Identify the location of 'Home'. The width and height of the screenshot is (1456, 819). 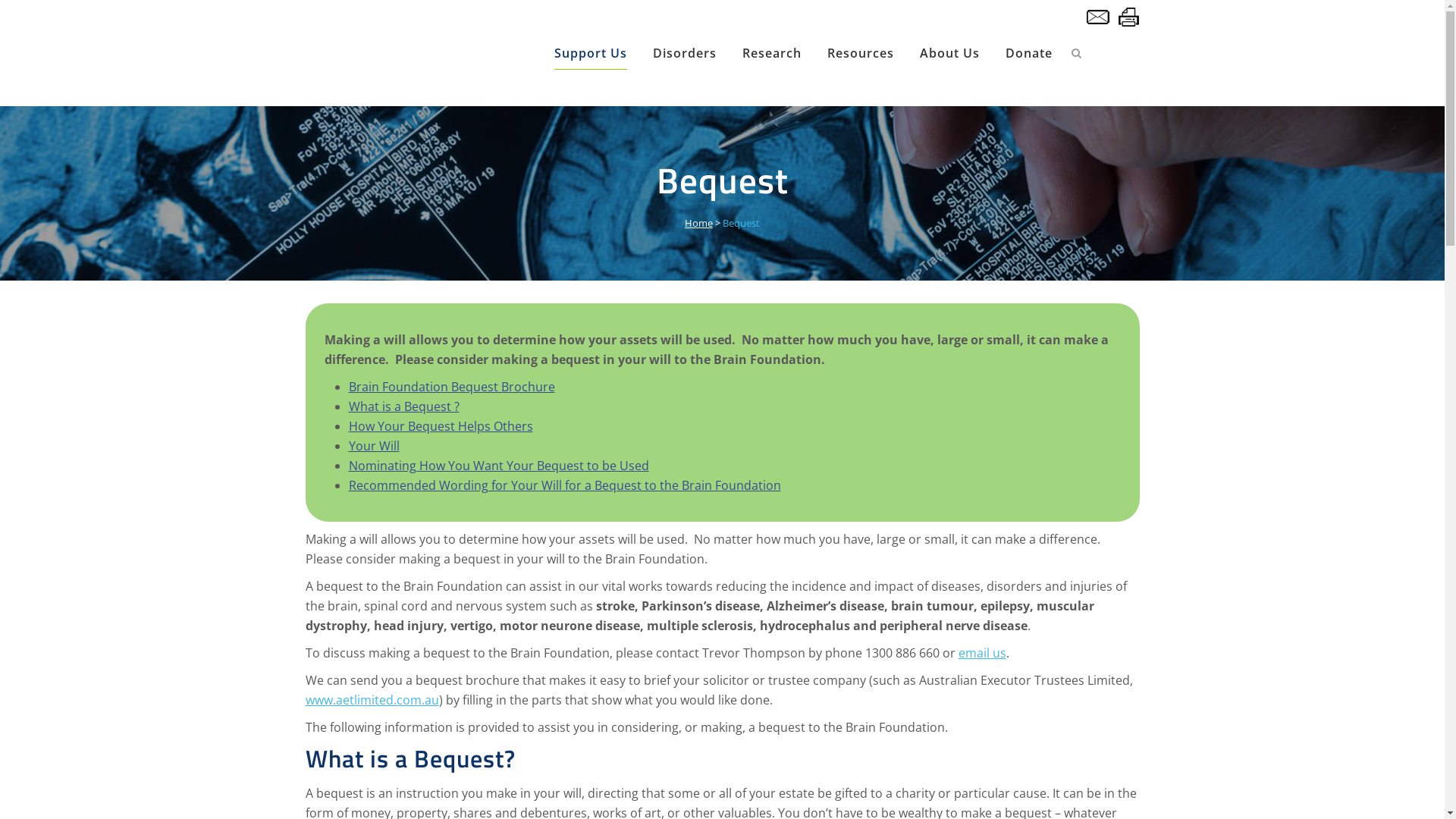
(683, 222).